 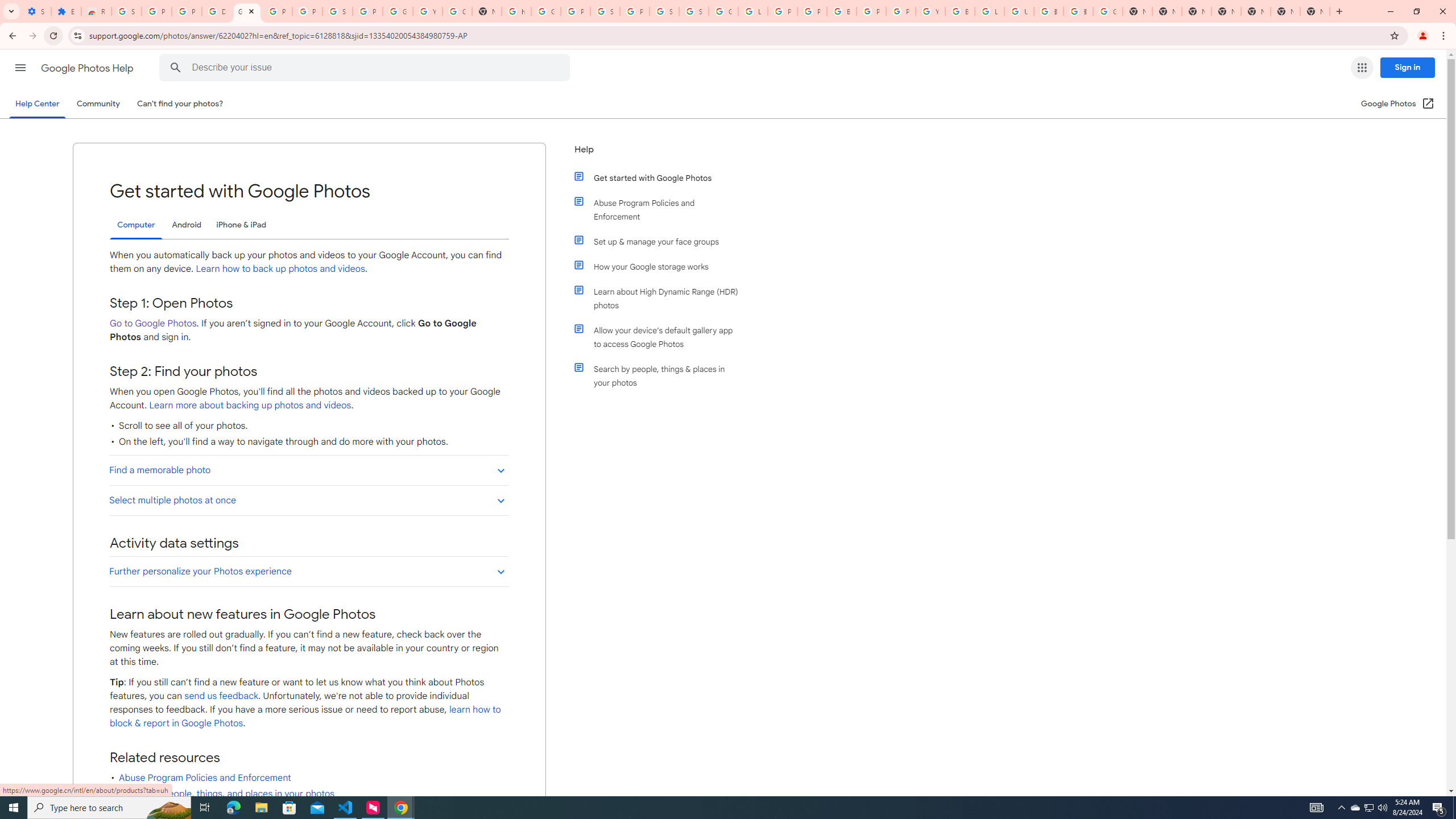 What do you see at coordinates (97, 103) in the screenshot?
I see `'Community'` at bounding box center [97, 103].